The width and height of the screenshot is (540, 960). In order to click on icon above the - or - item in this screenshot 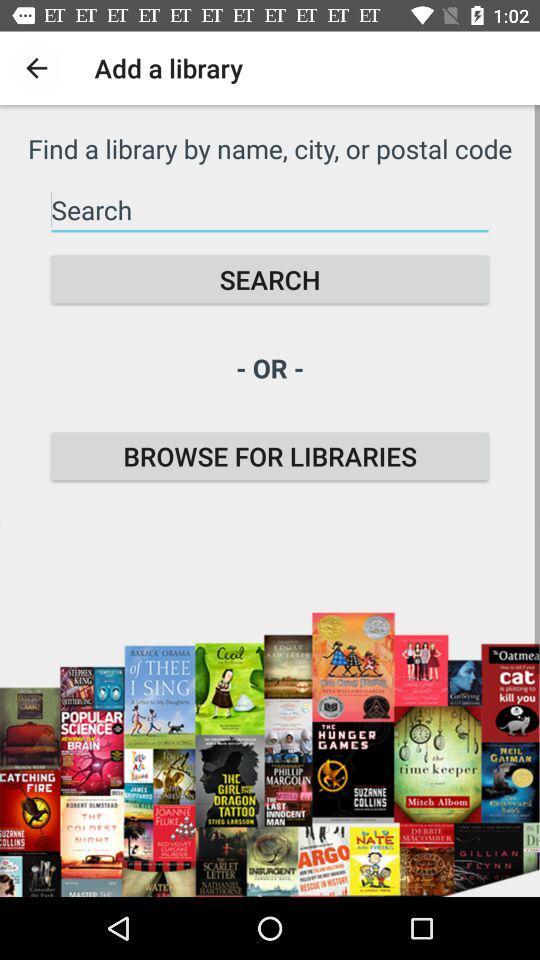, I will do `click(270, 278)`.